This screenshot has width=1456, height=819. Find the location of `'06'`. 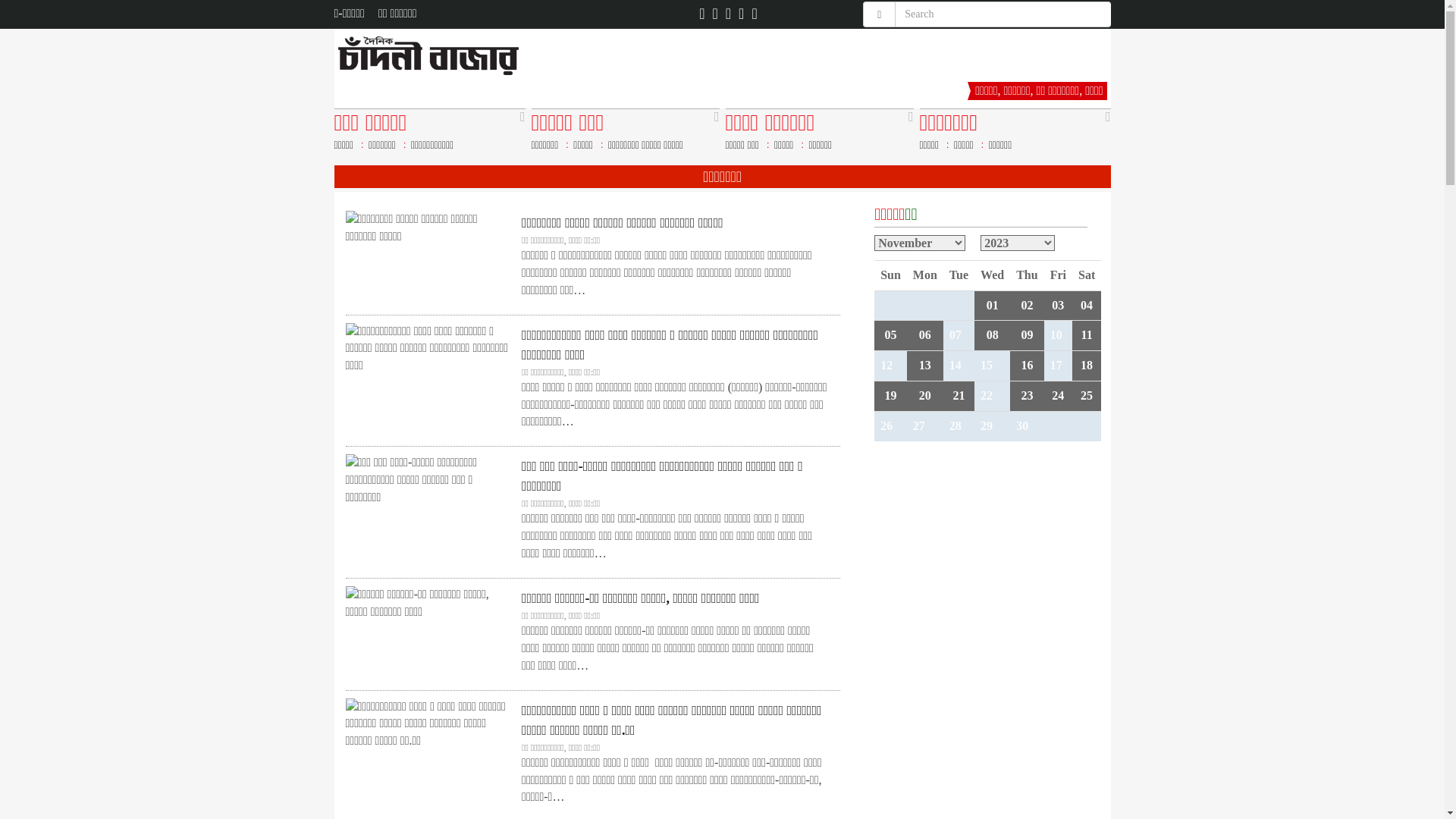

'06' is located at coordinates (924, 334).